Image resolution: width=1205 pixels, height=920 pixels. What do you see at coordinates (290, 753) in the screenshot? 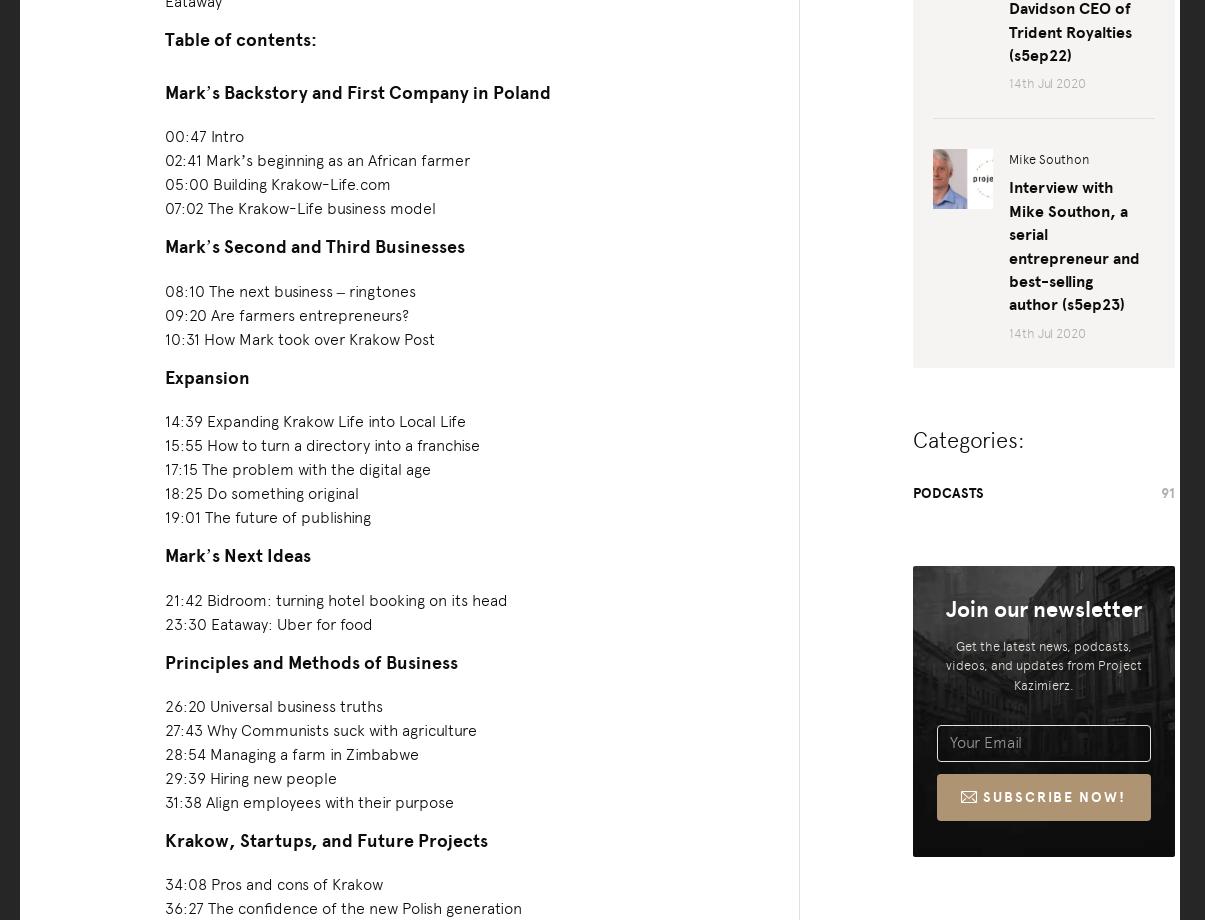
I see `'28:54 Managing a farm in Zimbabwe'` at bounding box center [290, 753].